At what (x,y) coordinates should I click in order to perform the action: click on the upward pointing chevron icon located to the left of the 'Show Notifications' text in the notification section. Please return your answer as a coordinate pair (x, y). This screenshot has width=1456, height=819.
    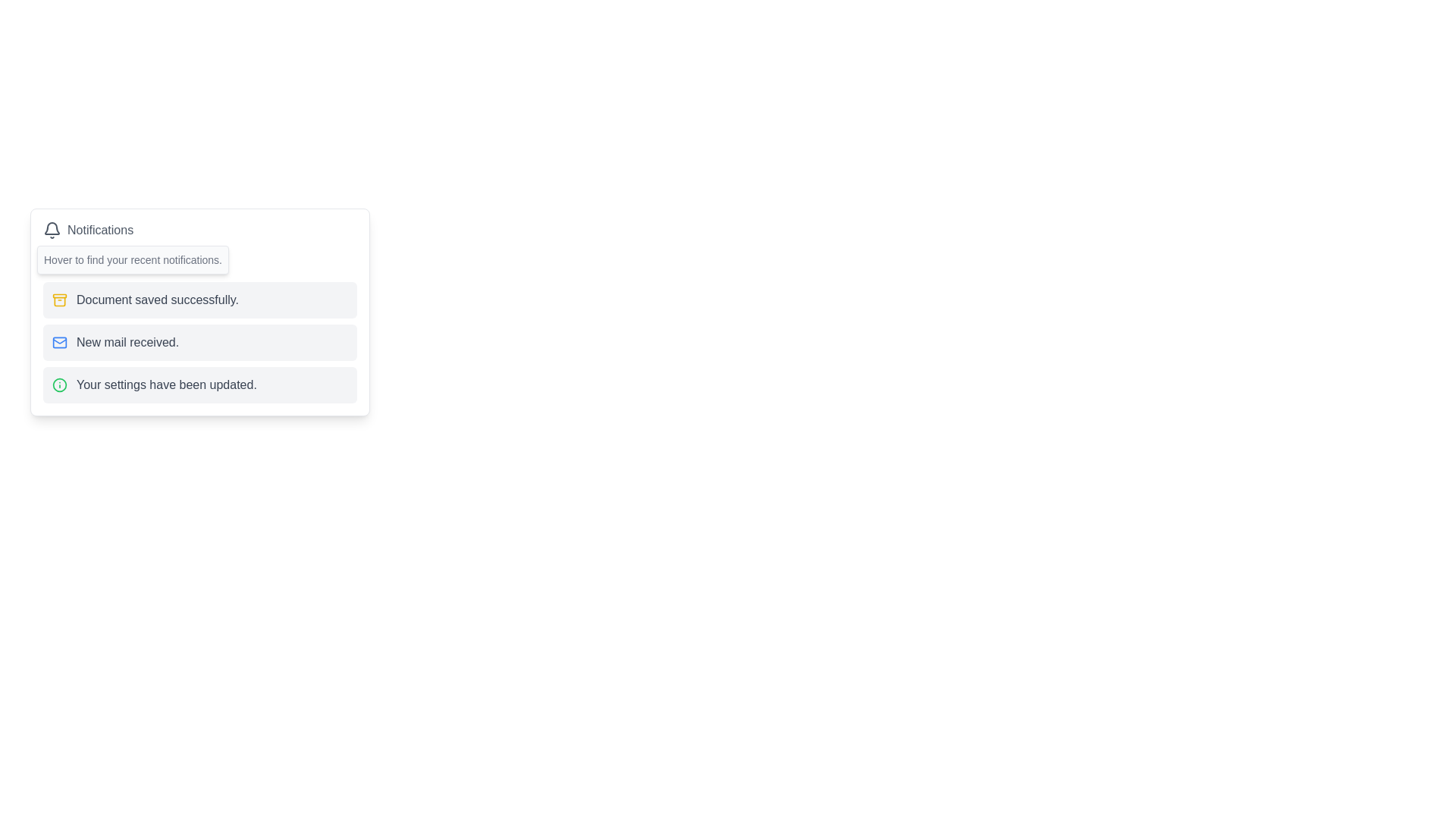
    Looking at the image, I should click on (52, 259).